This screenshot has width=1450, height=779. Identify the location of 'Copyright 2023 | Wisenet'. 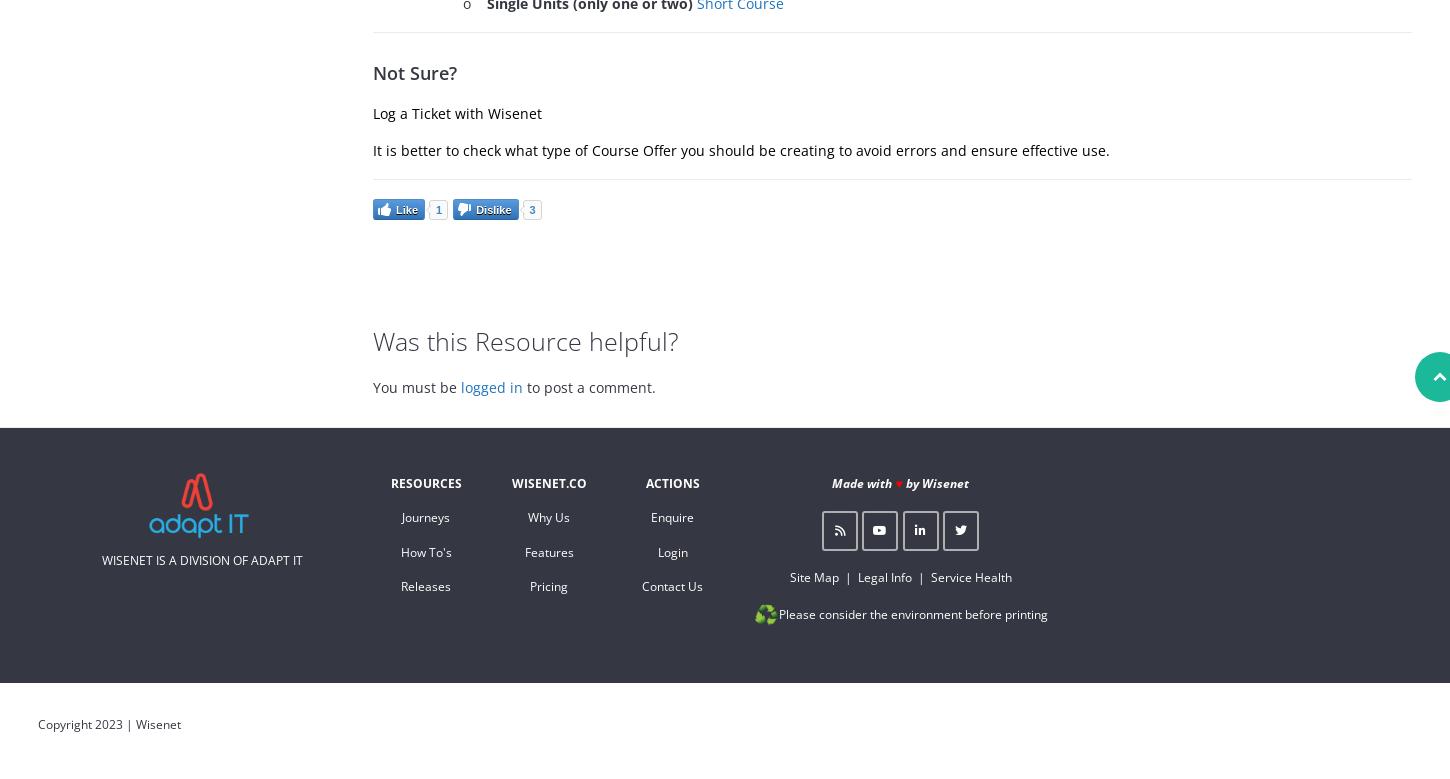
(109, 723).